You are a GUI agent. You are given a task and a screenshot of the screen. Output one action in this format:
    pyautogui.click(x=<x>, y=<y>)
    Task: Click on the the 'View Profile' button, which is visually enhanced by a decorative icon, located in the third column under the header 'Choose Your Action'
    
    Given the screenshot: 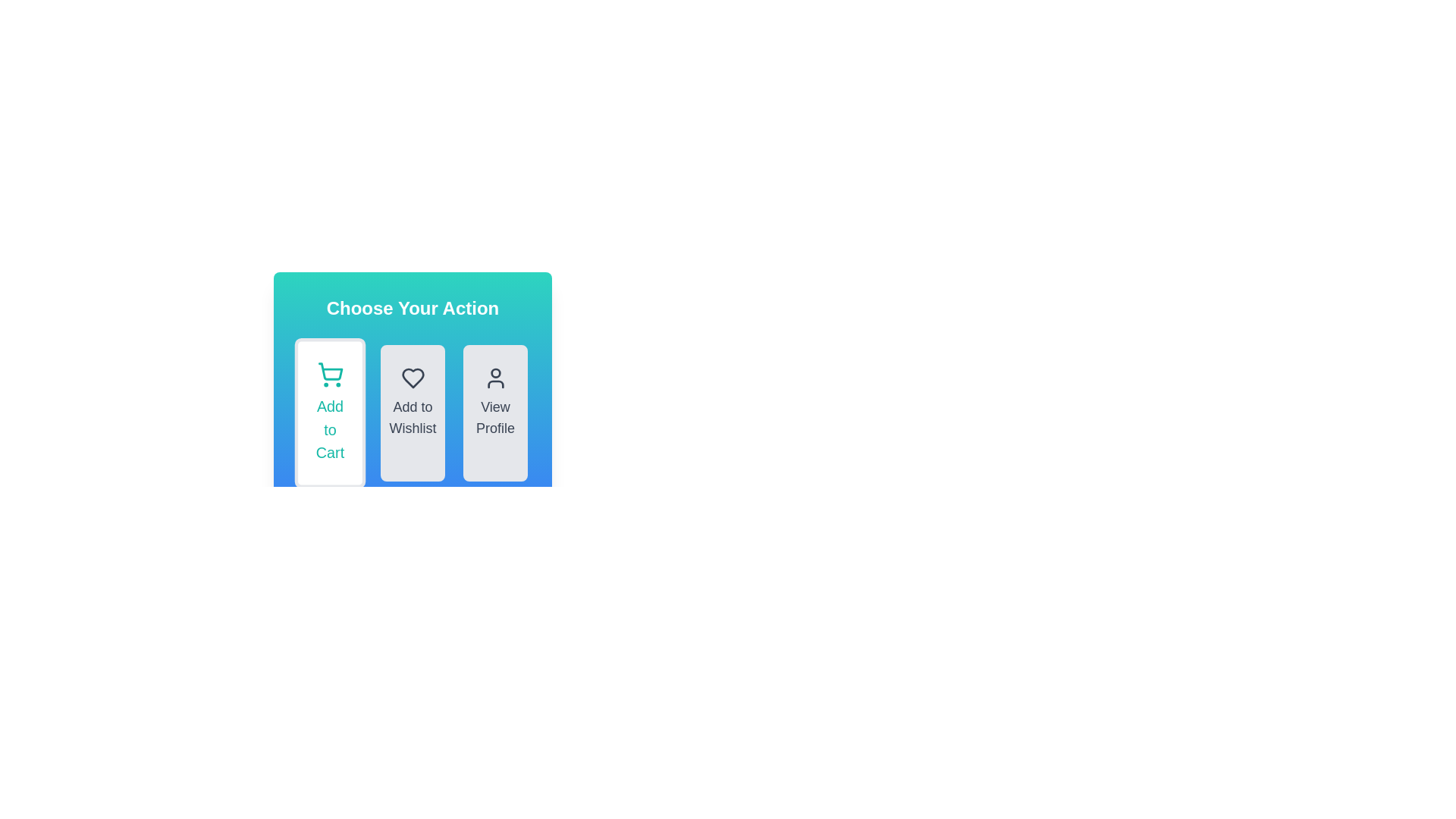 What is the action you would take?
    pyautogui.click(x=495, y=377)
    